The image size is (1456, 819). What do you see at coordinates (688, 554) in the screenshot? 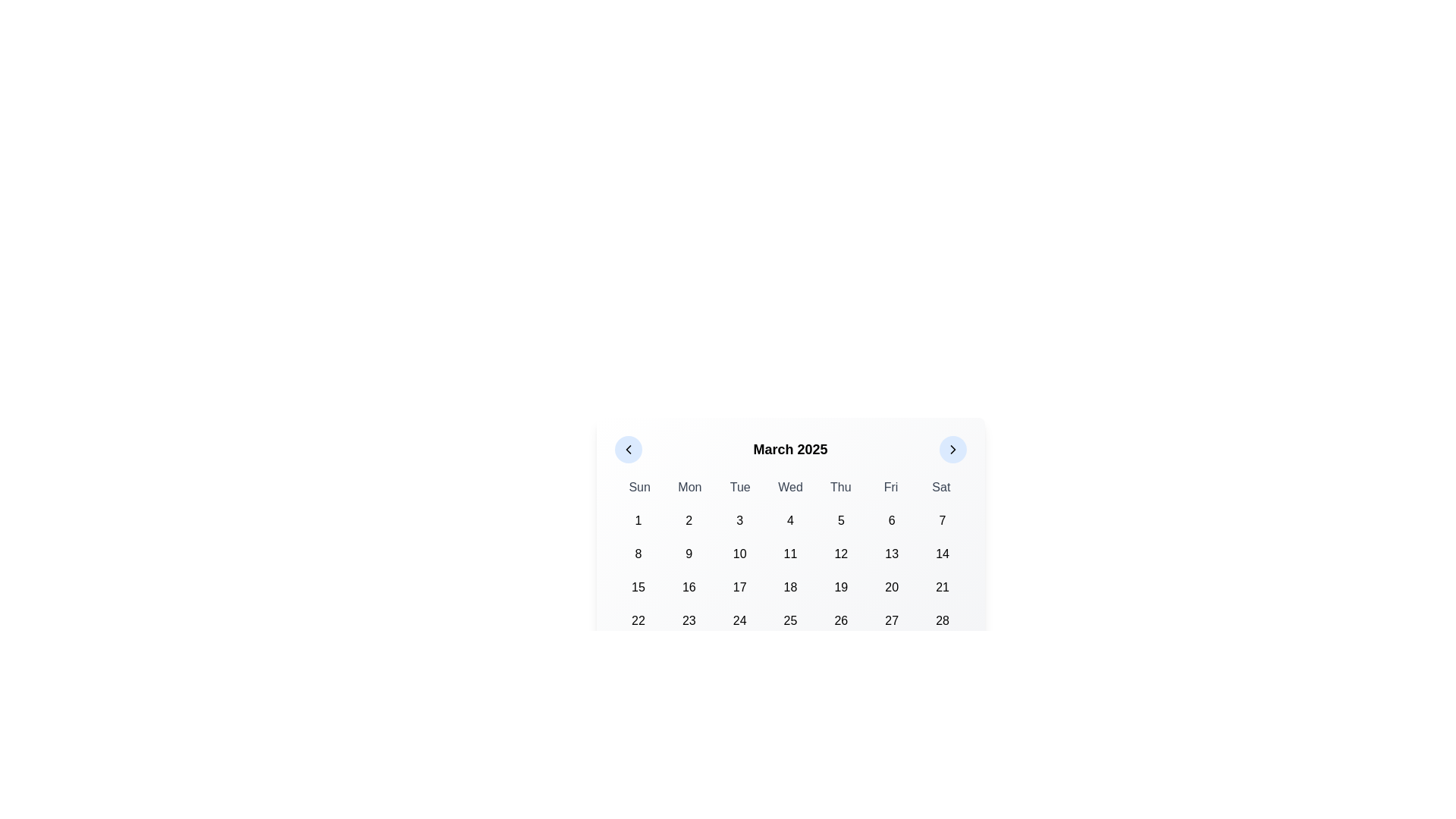
I see `the rounded rectangular button labeled '9' in the calendar layout` at bounding box center [688, 554].